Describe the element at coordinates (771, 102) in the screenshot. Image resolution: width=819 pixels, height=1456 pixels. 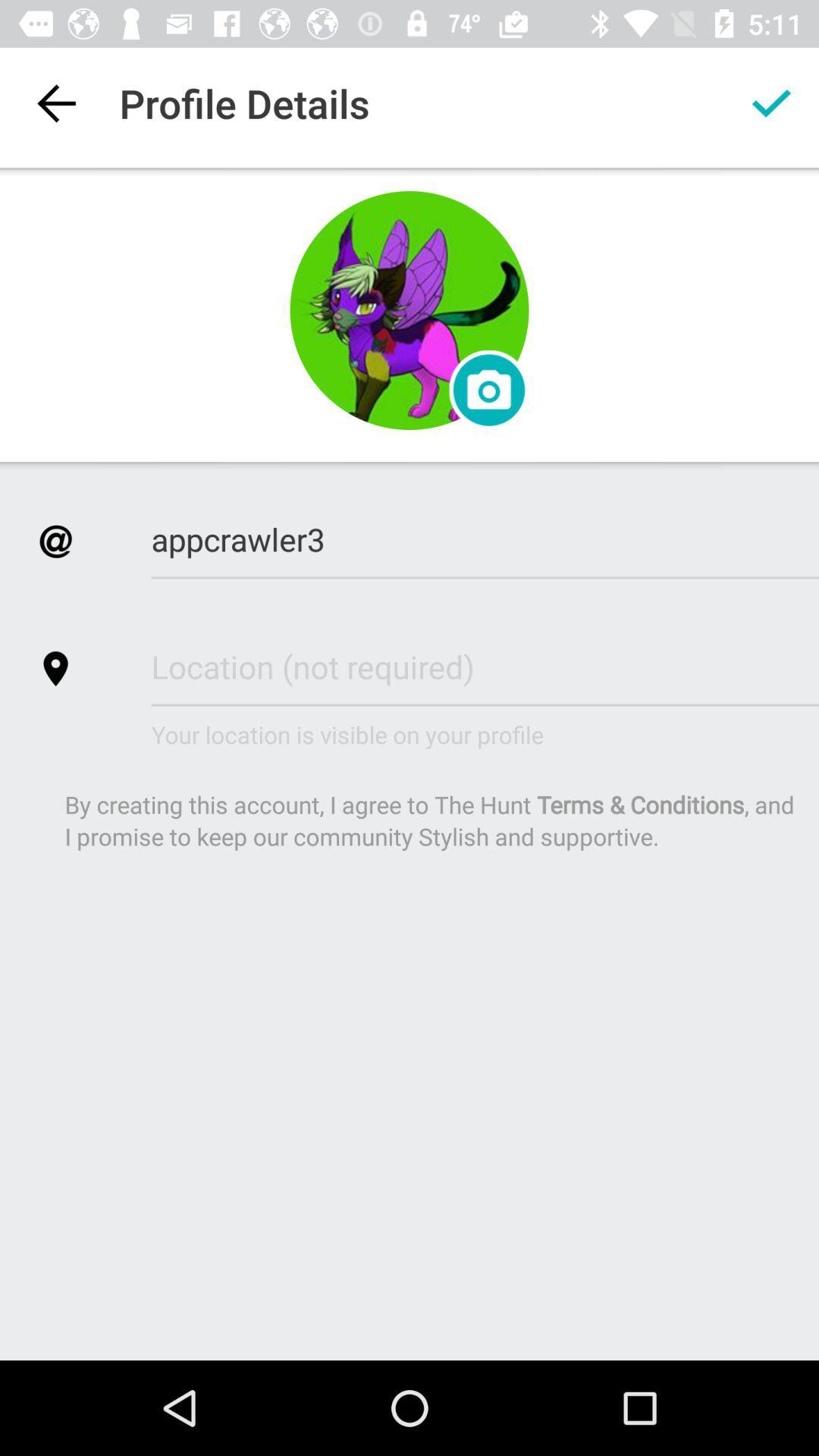
I see `profile detail save button` at that location.